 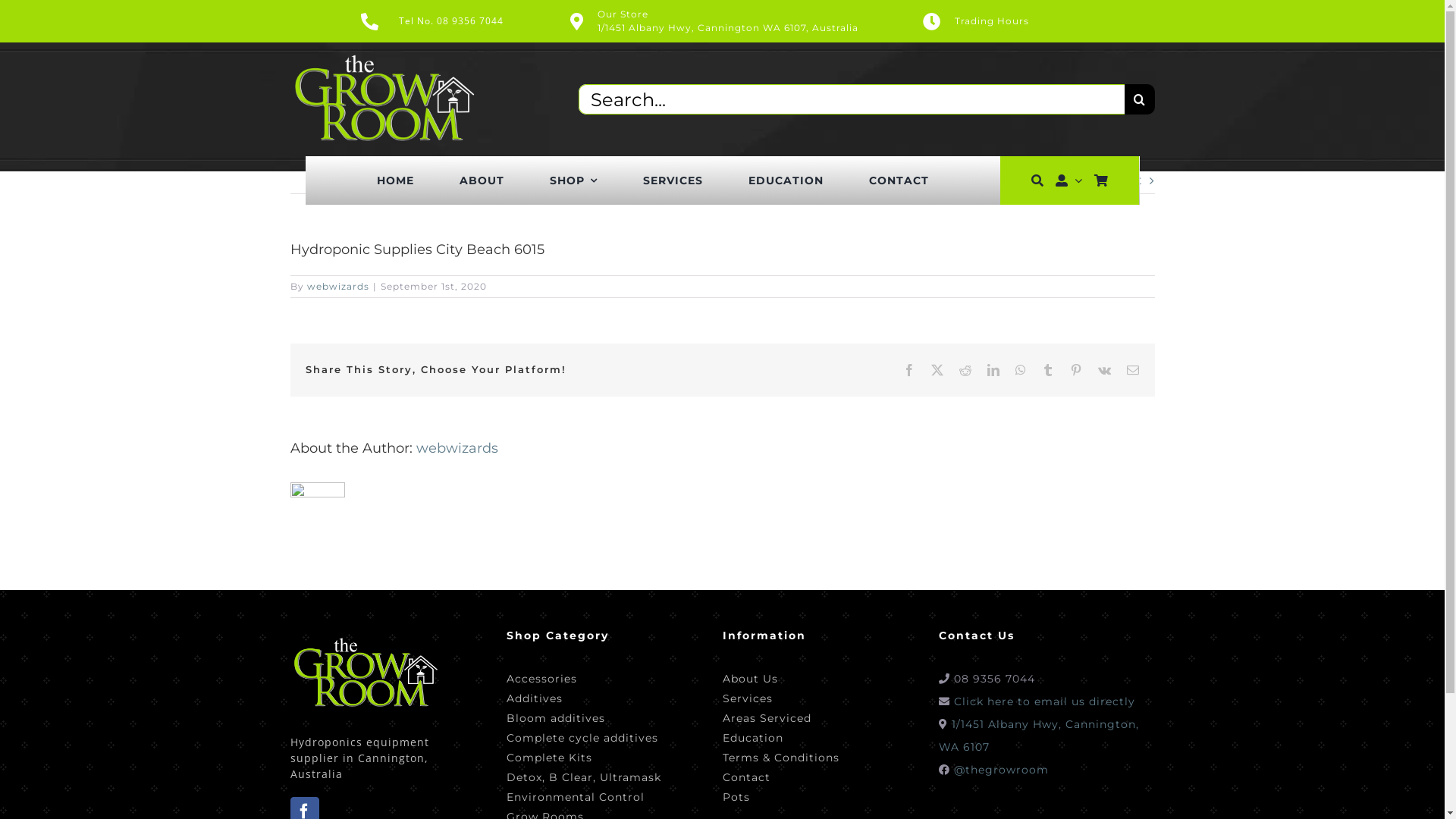 What do you see at coordinates (1105, 370) in the screenshot?
I see `'Vk'` at bounding box center [1105, 370].